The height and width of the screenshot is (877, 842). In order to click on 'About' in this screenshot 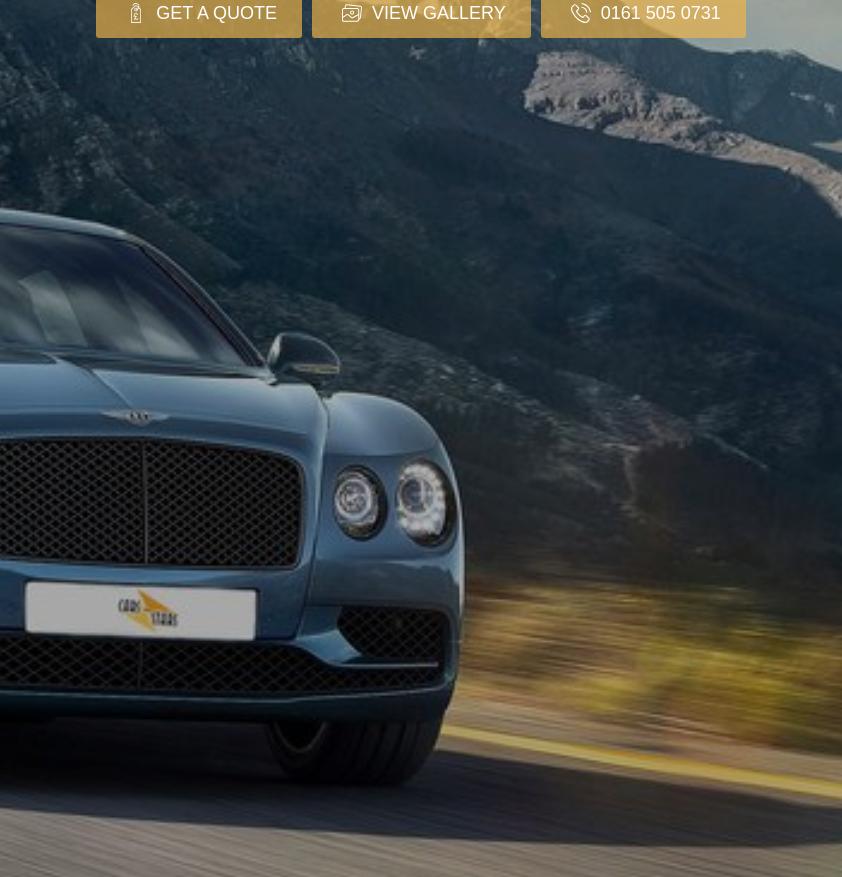, I will do `click(57, 770)`.